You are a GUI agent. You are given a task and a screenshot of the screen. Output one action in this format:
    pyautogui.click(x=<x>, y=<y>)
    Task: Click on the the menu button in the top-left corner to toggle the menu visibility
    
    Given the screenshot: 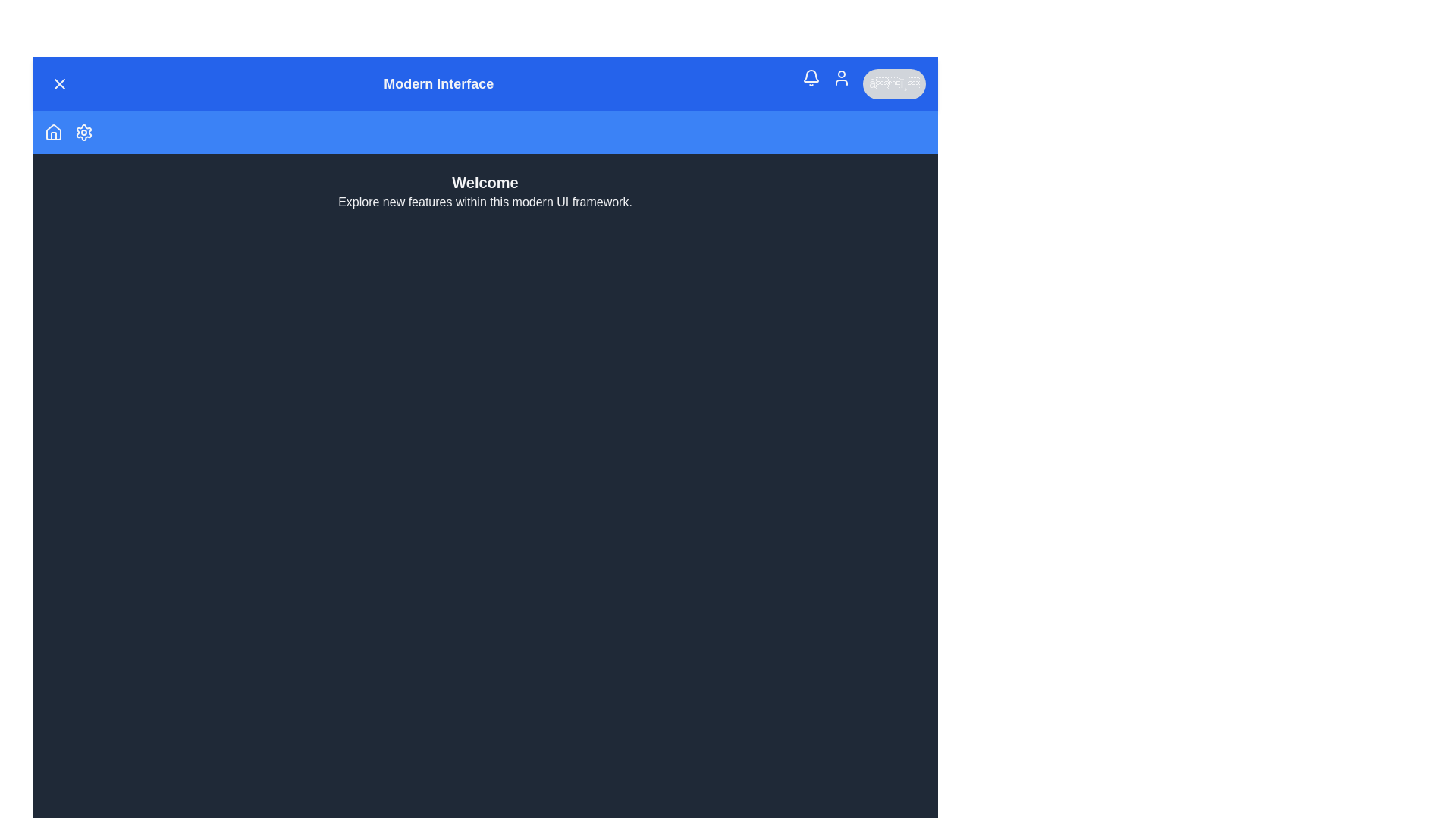 What is the action you would take?
    pyautogui.click(x=59, y=84)
    